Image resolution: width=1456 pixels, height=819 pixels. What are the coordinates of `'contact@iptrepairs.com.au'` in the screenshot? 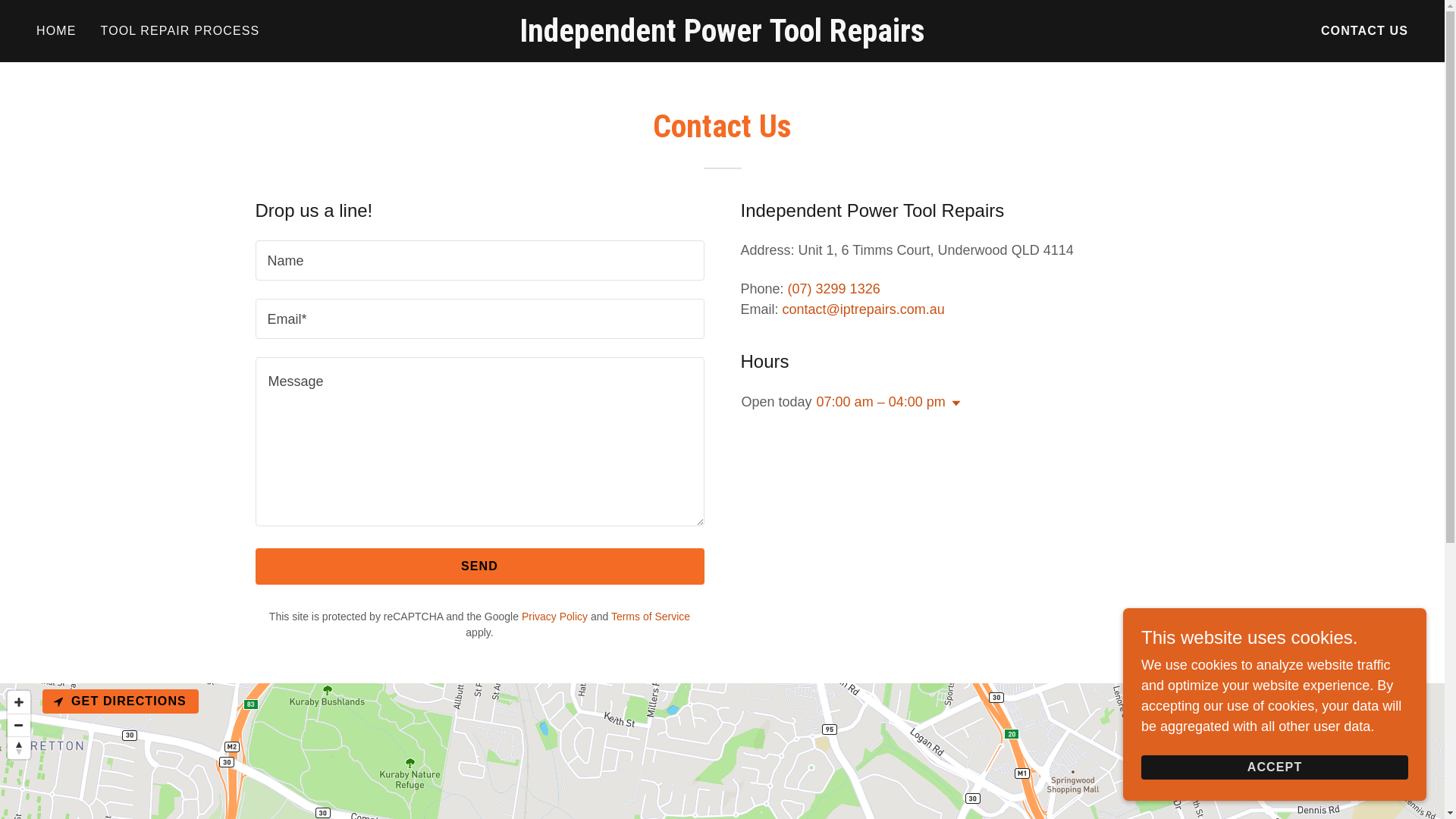 It's located at (863, 309).